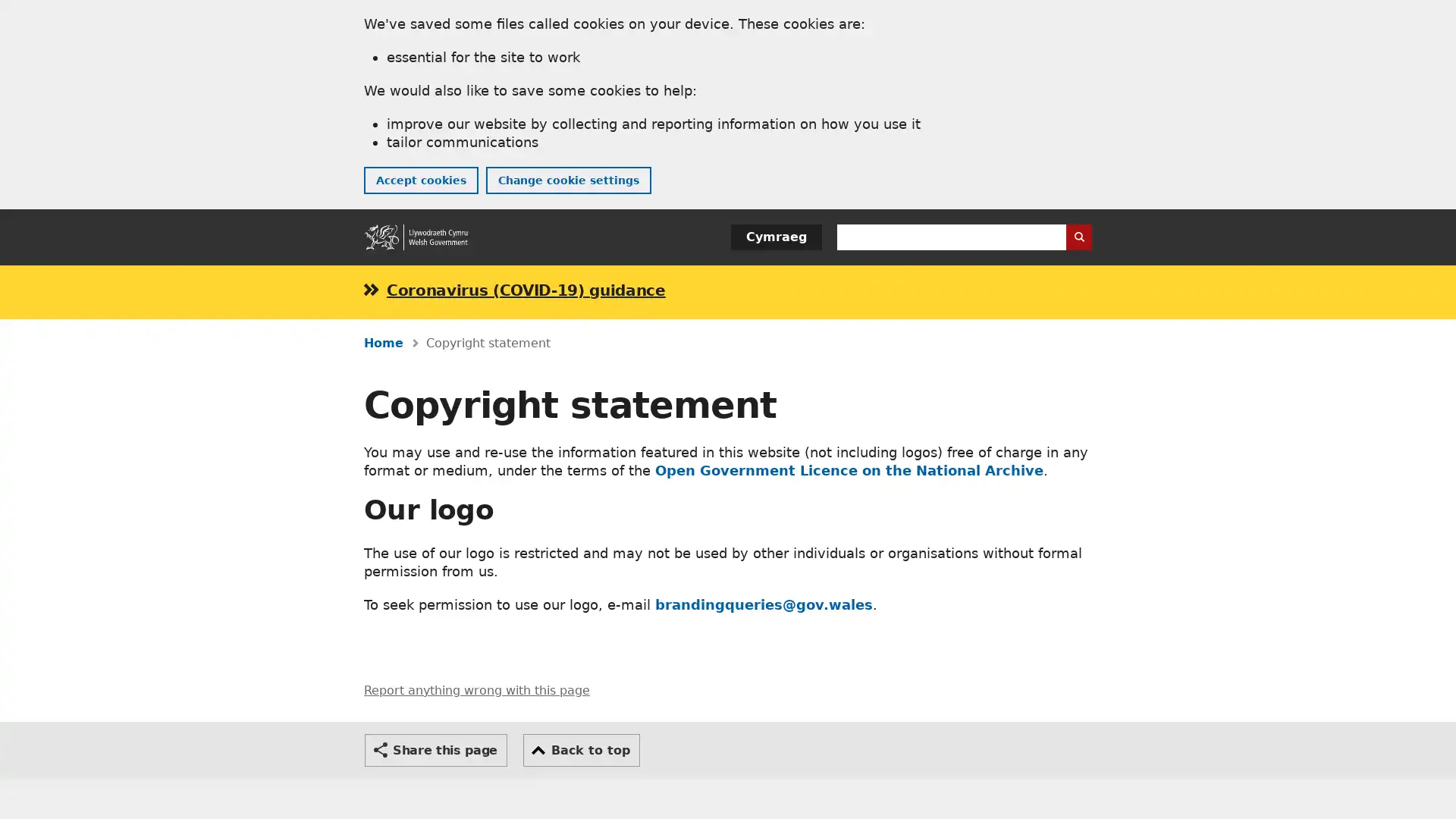 This screenshot has width=1456, height=819. What do you see at coordinates (435, 748) in the screenshot?
I see `Share this page` at bounding box center [435, 748].